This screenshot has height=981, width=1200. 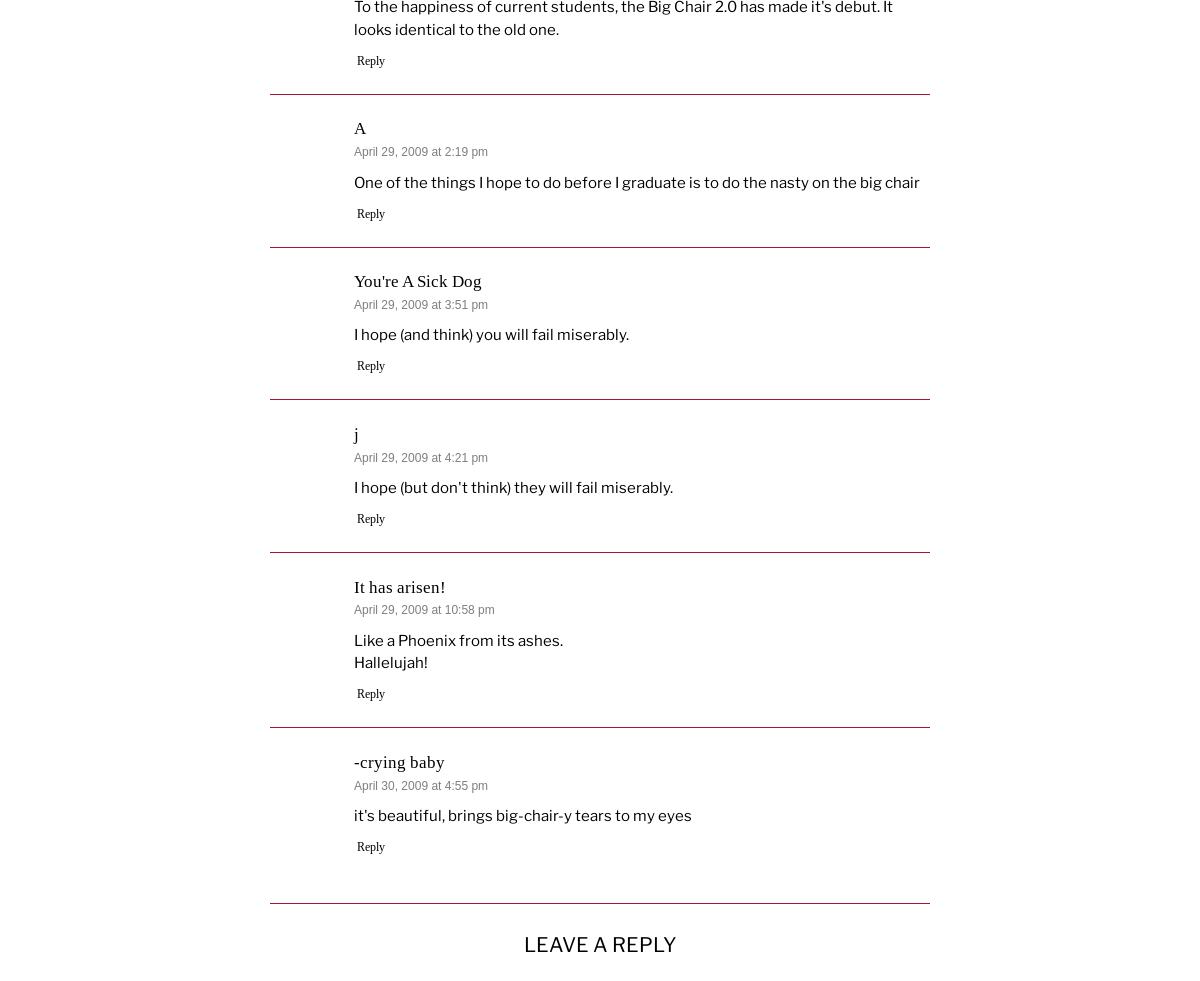 I want to click on 'April 29, 2009 at 10:58 pm', so click(x=423, y=609).